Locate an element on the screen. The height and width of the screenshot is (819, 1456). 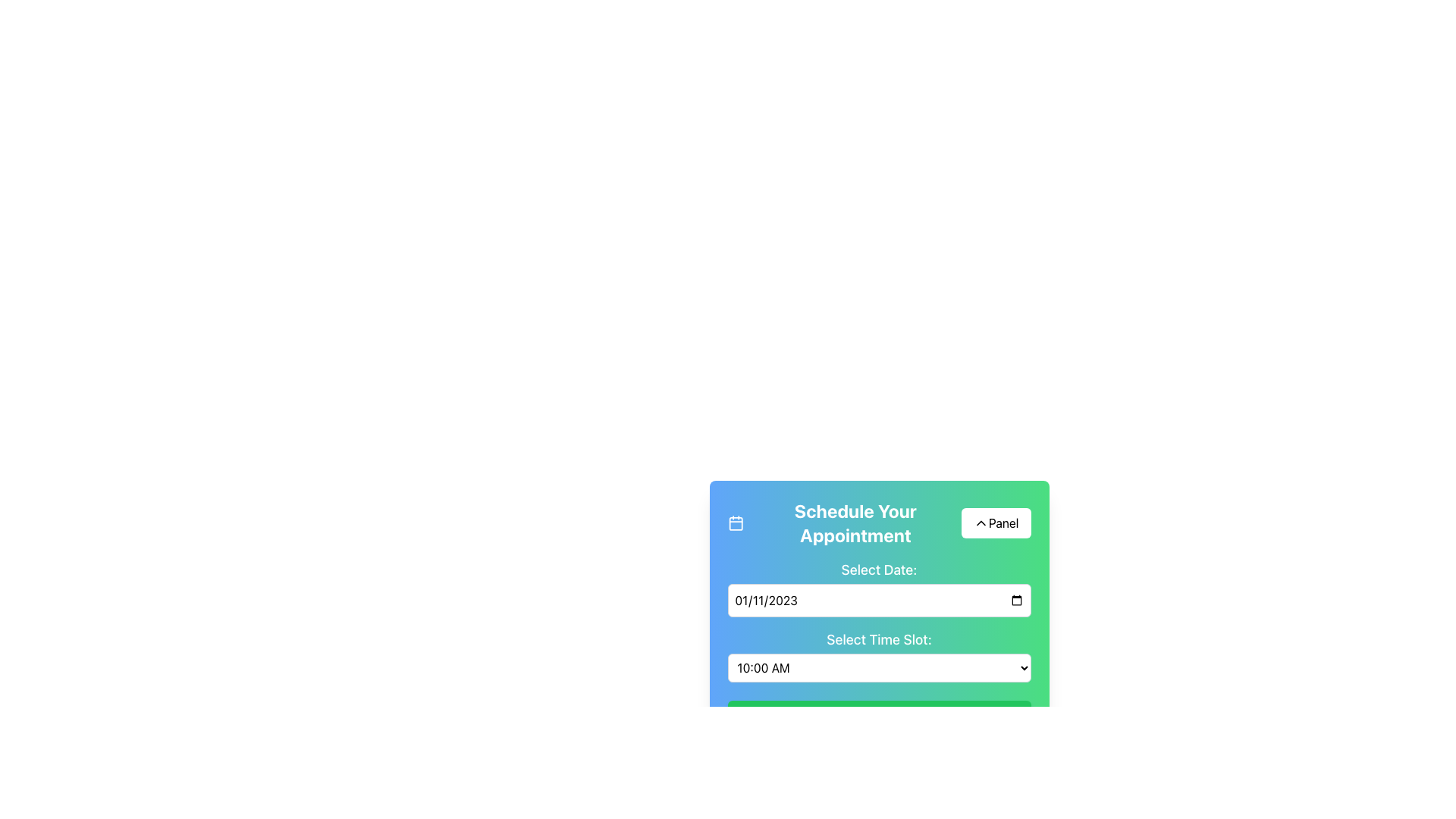
the composite UI block consisting of a heading and an interactive button is located at coordinates (879, 522).